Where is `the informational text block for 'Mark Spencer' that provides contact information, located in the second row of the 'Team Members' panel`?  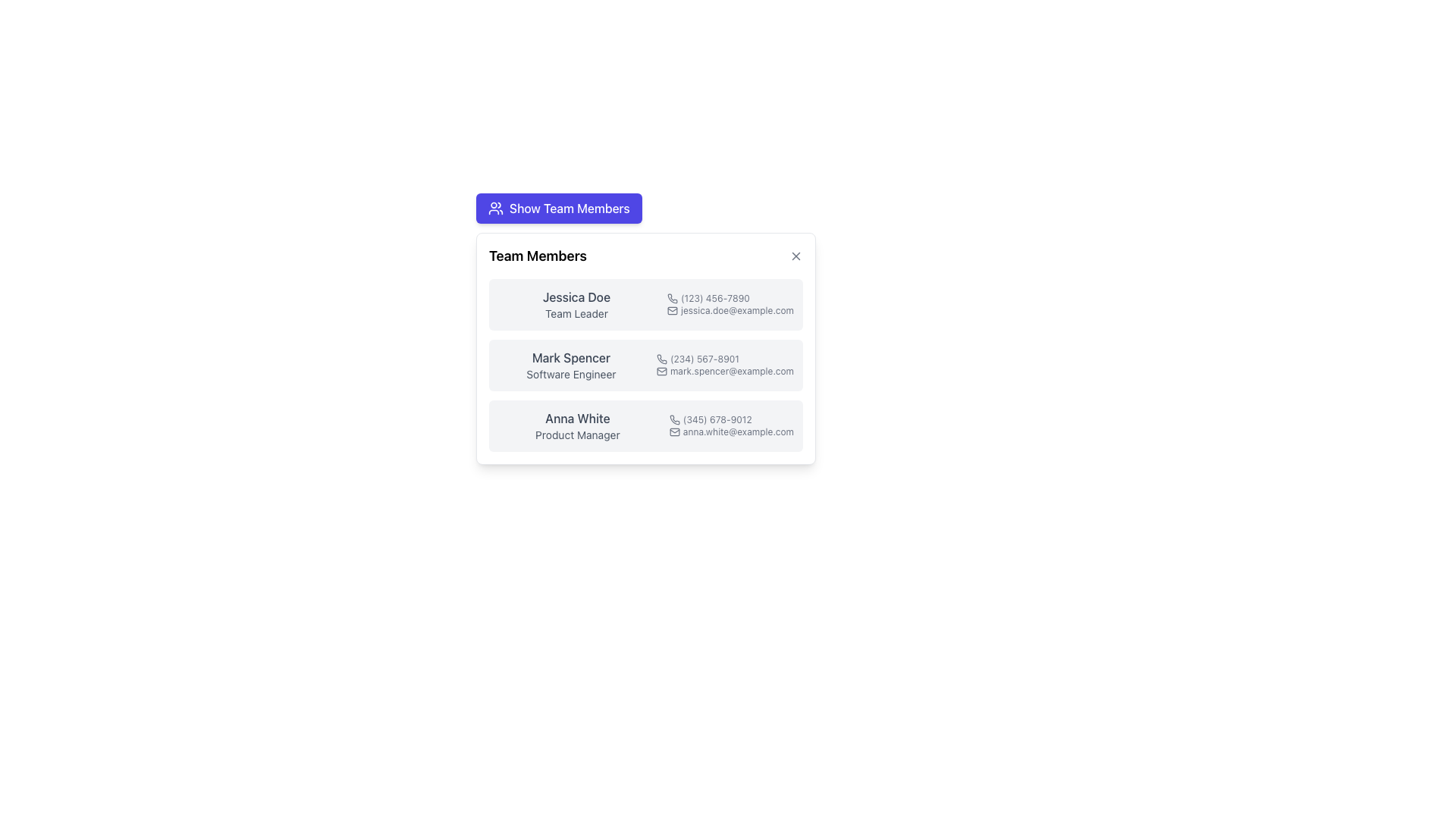 the informational text block for 'Mark Spencer' that provides contact information, located in the second row of the 'Team Members' panel is located at coordinates (724, 366).